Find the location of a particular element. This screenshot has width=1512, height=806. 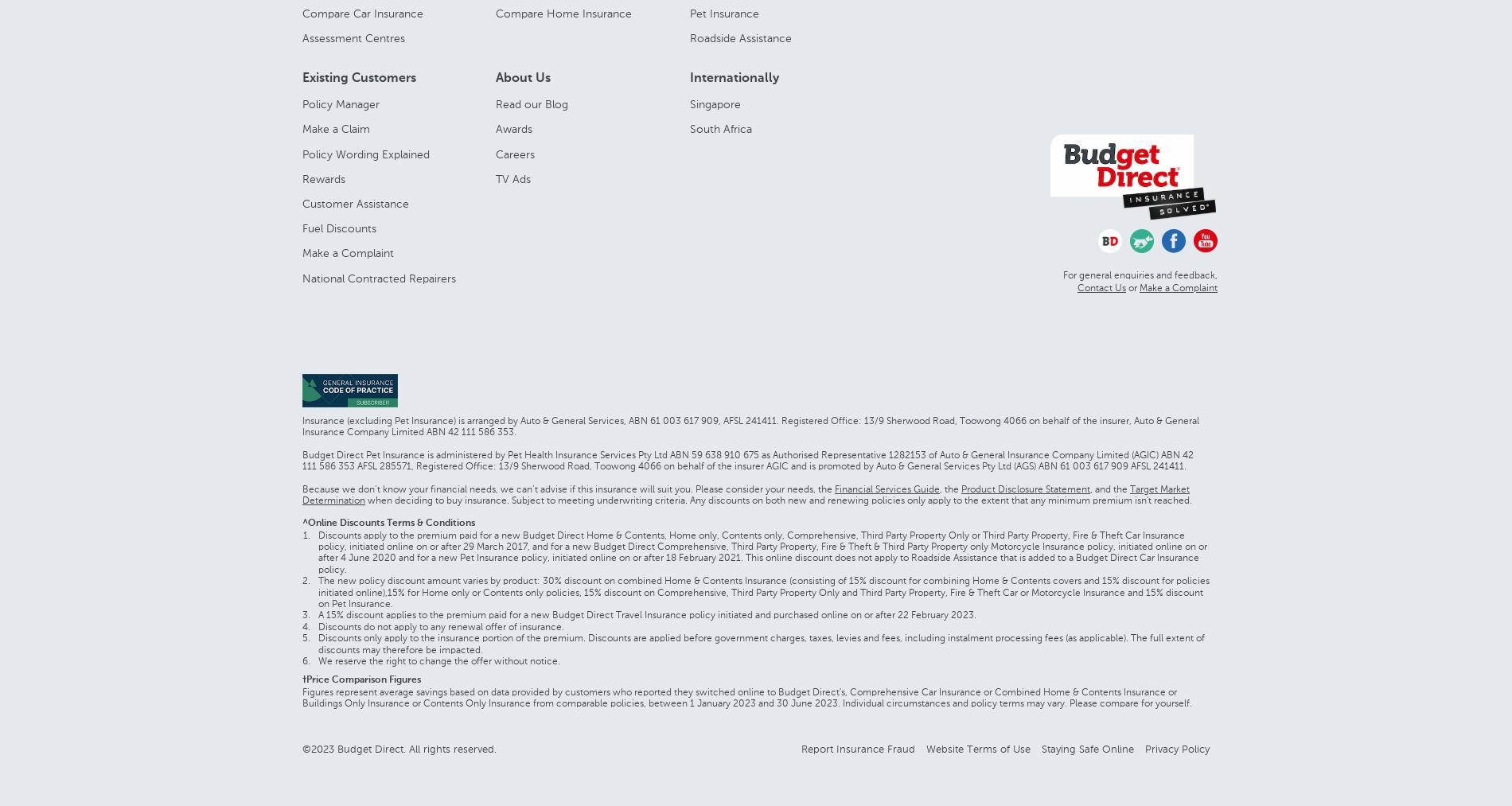

'Figures represent average savings based on data provided by customers who reported they switched online to Budget Direct's, Comprehensive Car Insurance or Combined Home & Contents Insurance or Buildings Only Insurance or Contents Only Insurance from comparable policies, between 1 January 2023 and 30 June 2023. Individual circumstances and policy terms may vary. Please compare for yourself.' is located at coordinates (746, 696).